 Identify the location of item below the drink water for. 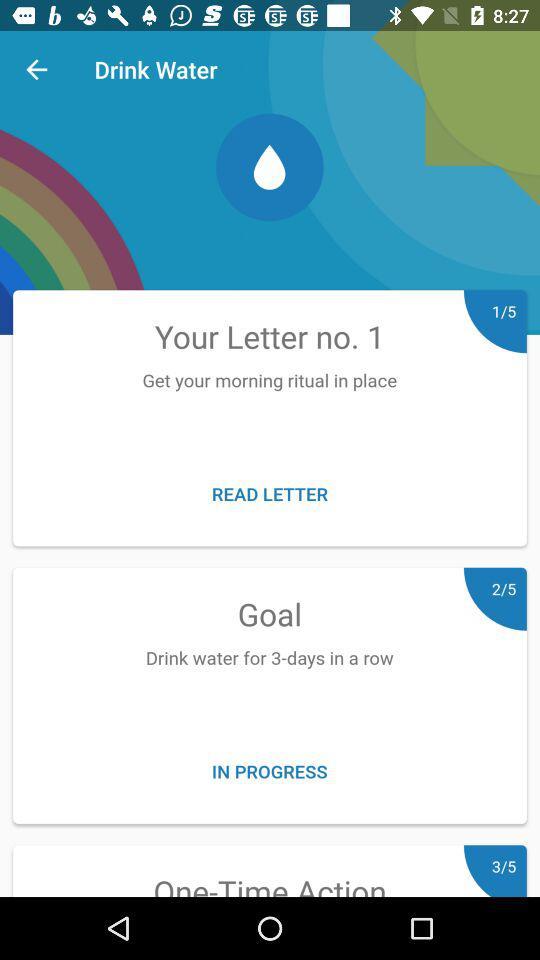
(269, 770).